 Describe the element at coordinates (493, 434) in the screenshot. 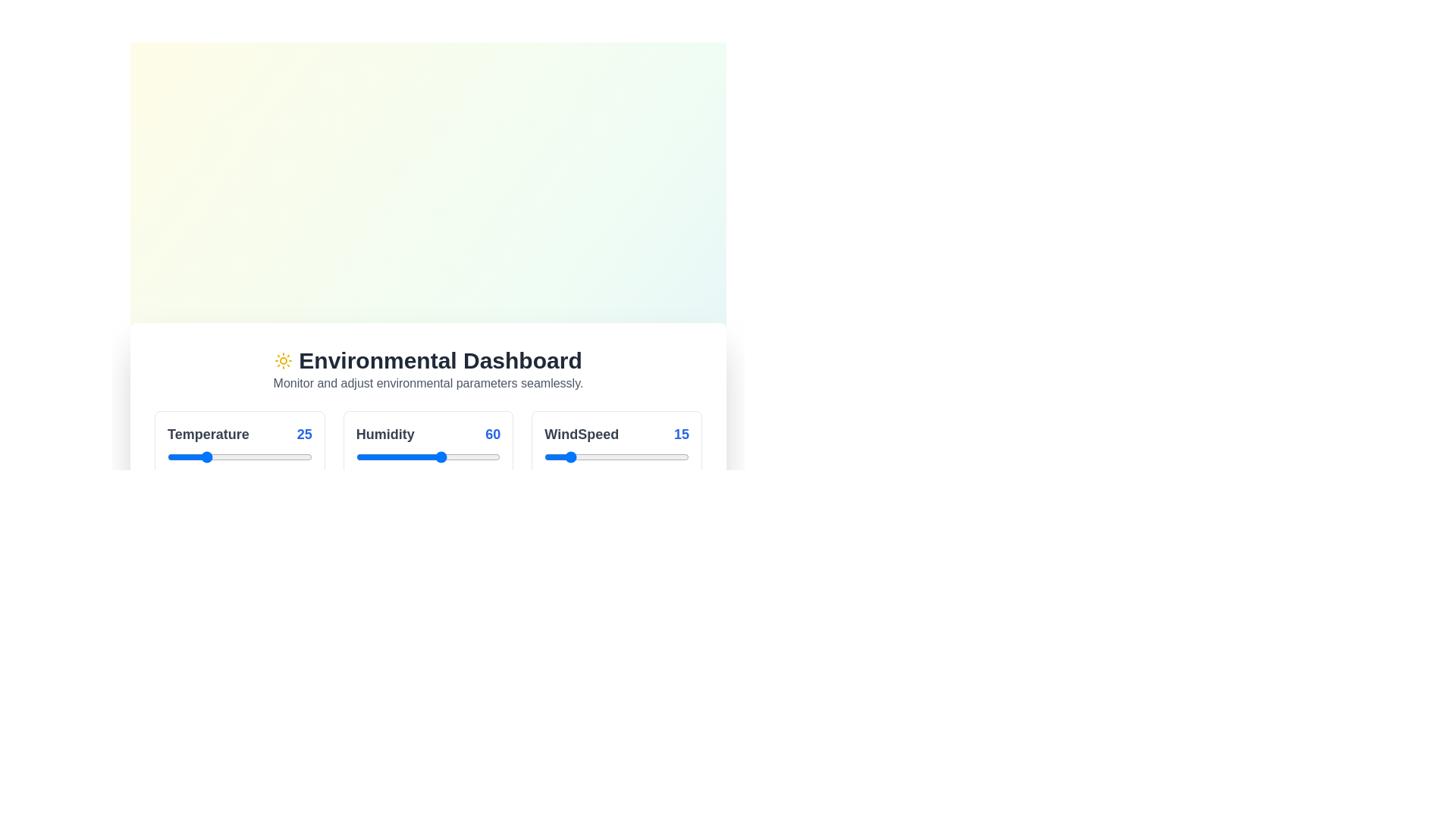

I see `the text label displaying the current humidity level of '60', which is located to the right of the 'Humidity' text in the environmental dashboard` at that location.